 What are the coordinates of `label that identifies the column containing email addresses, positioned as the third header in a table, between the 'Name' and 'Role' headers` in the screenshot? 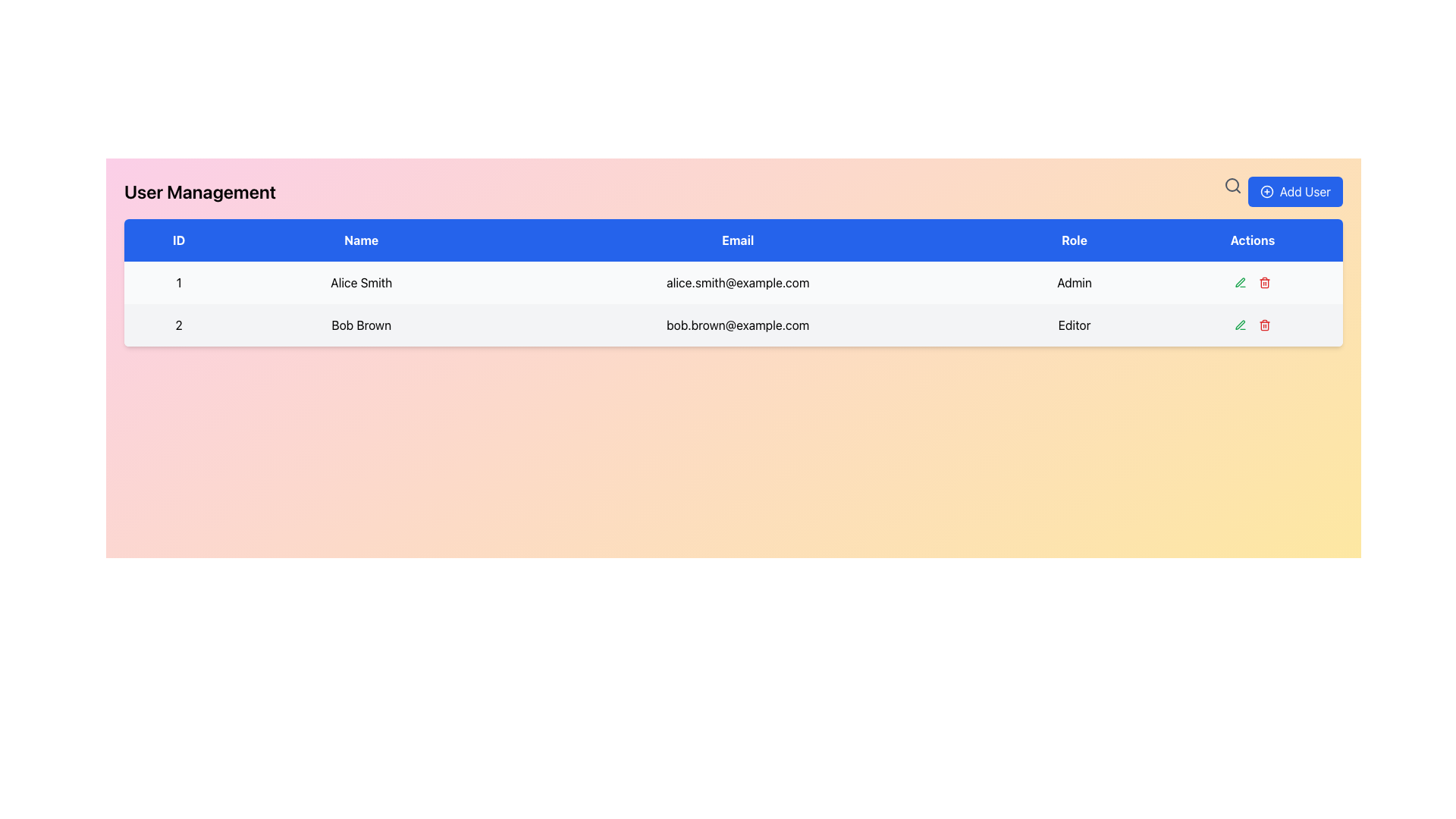 It's located at (738, 239).